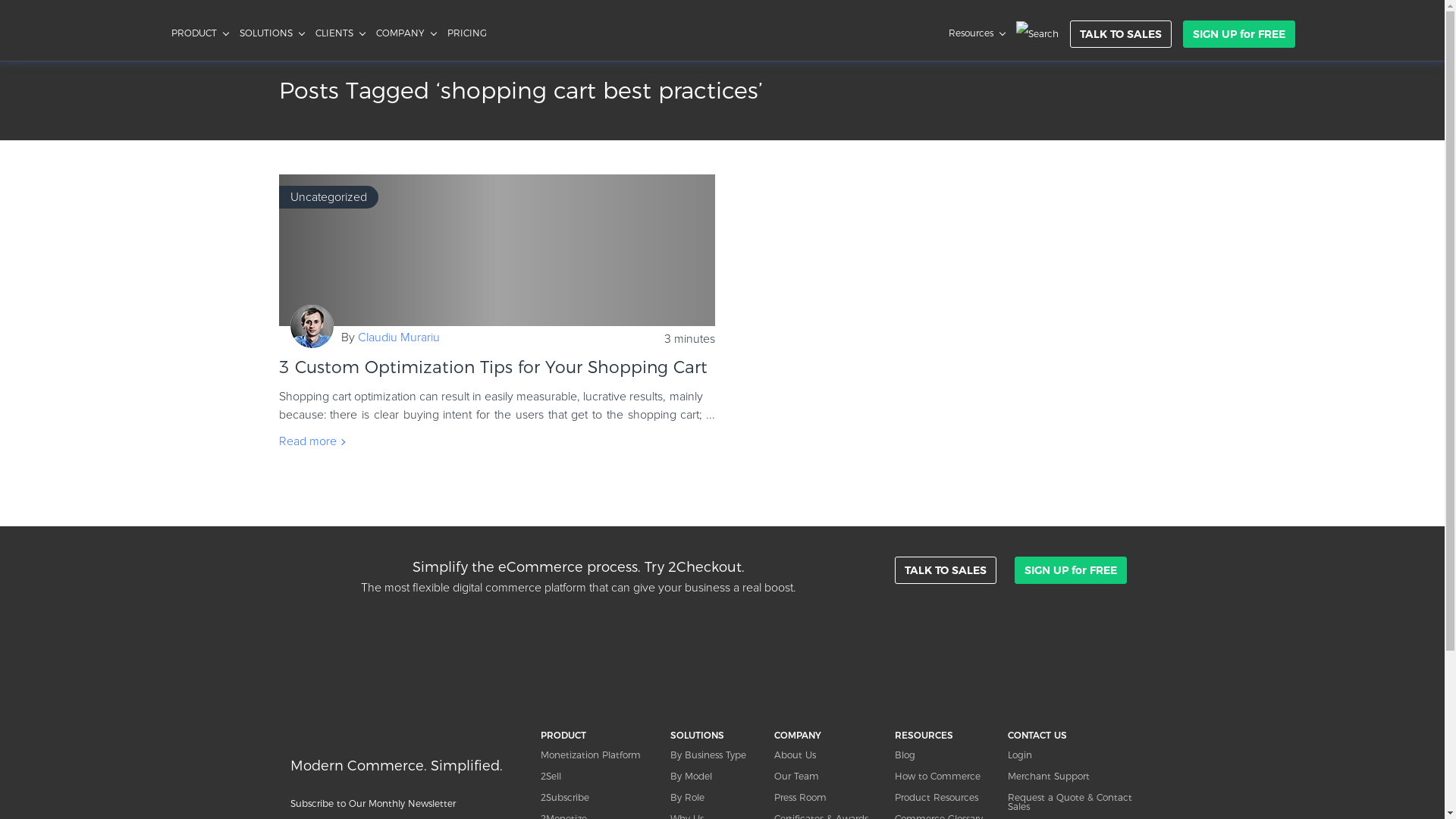 This screenshot has height=819, width=1456. Describe the element at coordinates (399, 335) in the screenshot. I see `'Claudiu Murariu'` at that location.